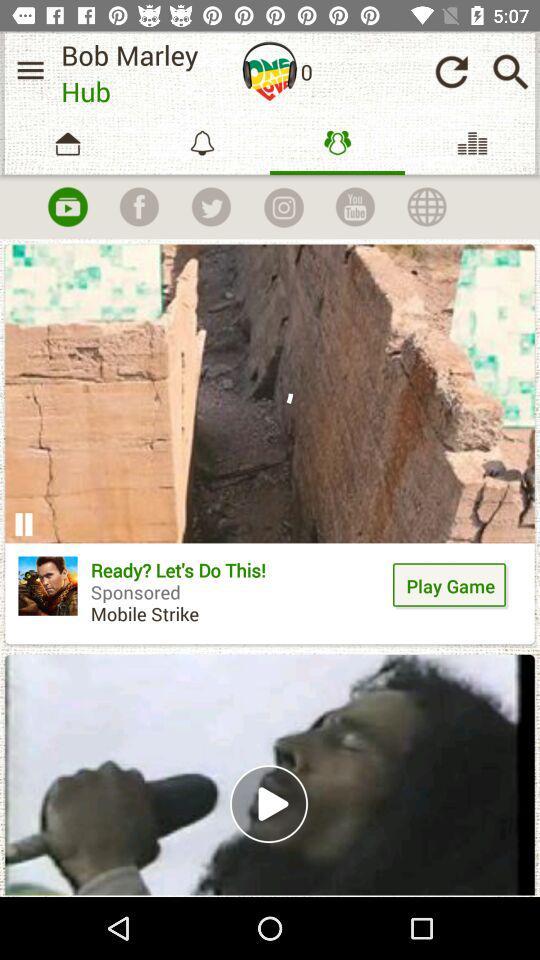 The height and width of the screenshot is (960, 540). What do you see at coordinates (282, 207) in the screenshot?
I see `the photo icon` at bounding box center [282, 207].